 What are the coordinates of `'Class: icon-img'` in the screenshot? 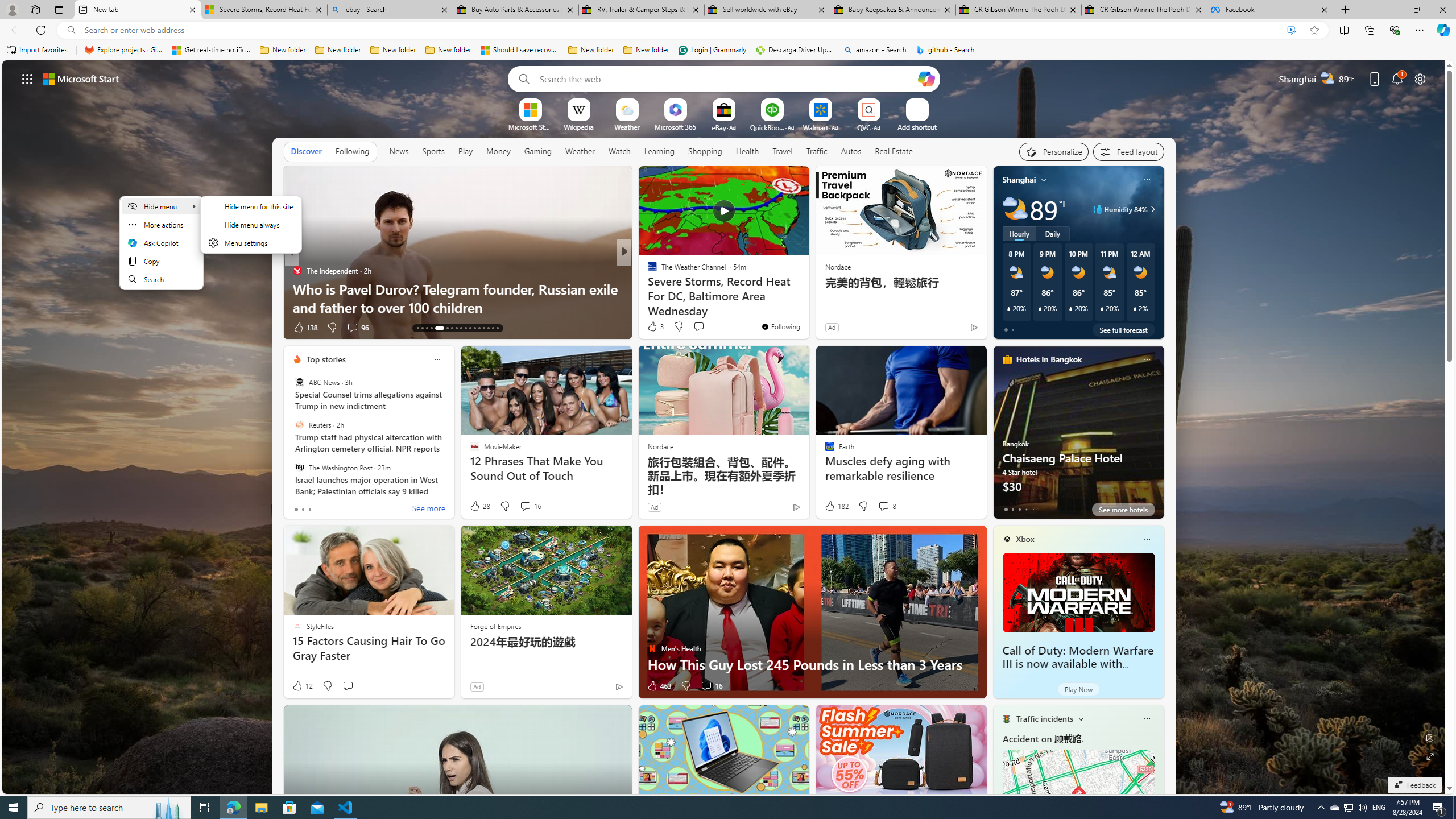 It's located at (1146, 718).